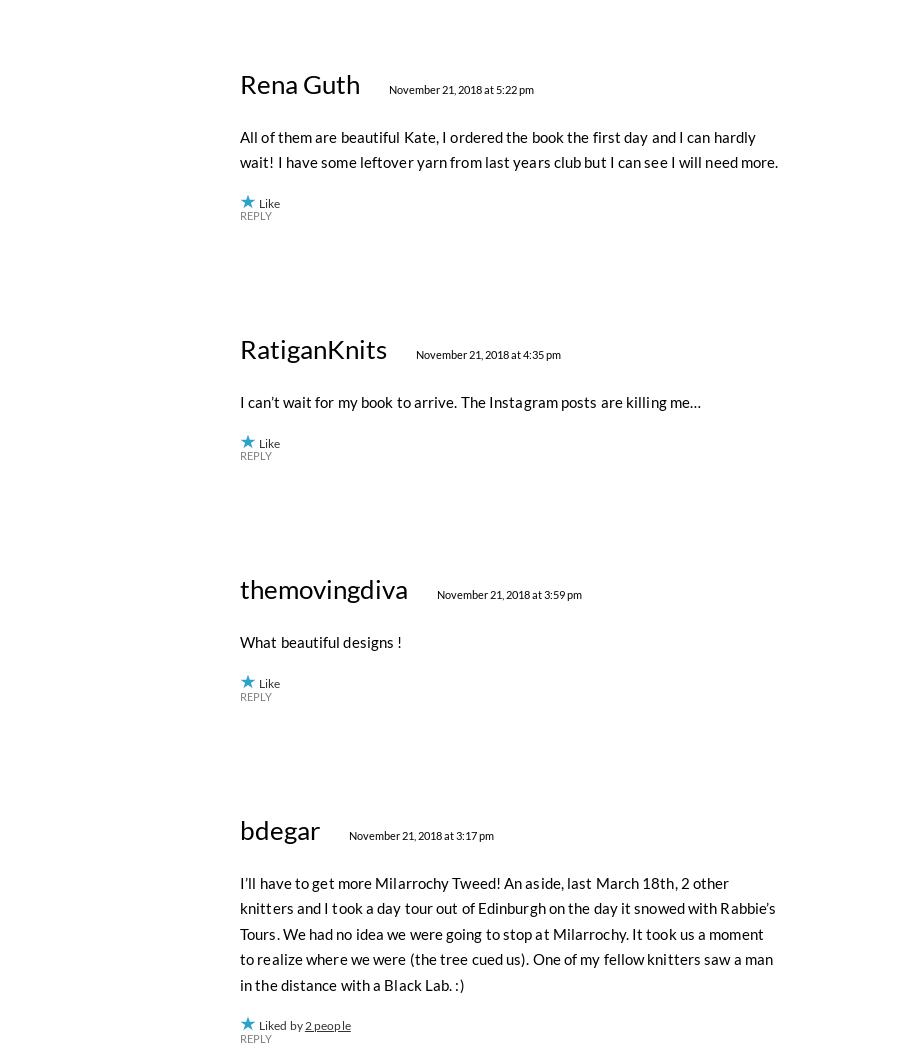 The width and height of the screenshot is (900, 1049). I want to click on 'All of them are beautiful Kate, I ordered the book the first day and I can hardly wait! I have some leftover yarn from last years club but I can see I will need more.', so click(508, 587).